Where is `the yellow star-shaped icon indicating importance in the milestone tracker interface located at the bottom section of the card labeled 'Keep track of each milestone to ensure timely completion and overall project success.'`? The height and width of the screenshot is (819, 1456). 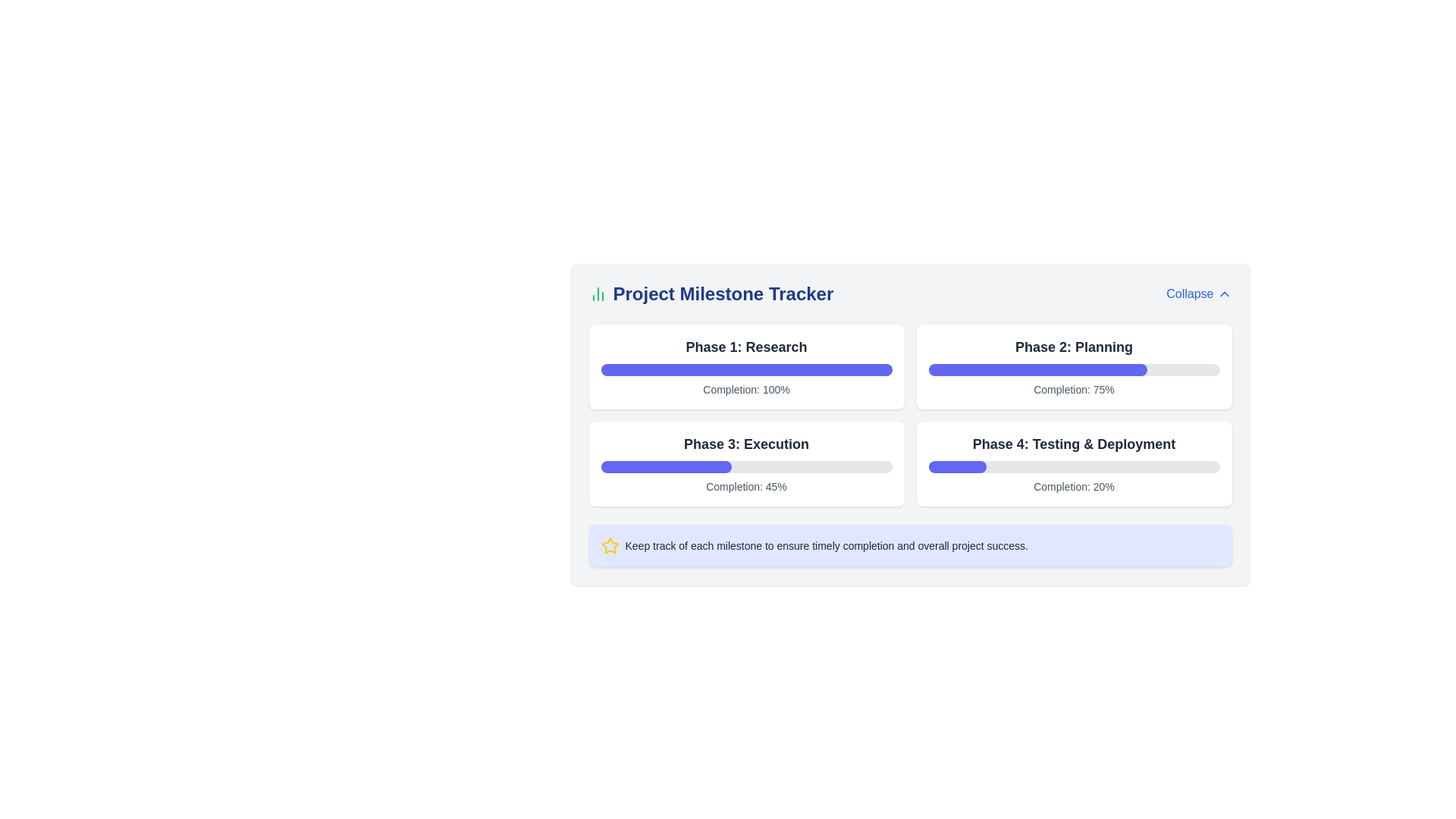
the yellow star-shaped icon indicating importance in the milestone tracker interface located at the bottom section of the card labeled 'Keep track of each milestone to ensure timely completion and overall project success.' is located at coordinates (610, 544).